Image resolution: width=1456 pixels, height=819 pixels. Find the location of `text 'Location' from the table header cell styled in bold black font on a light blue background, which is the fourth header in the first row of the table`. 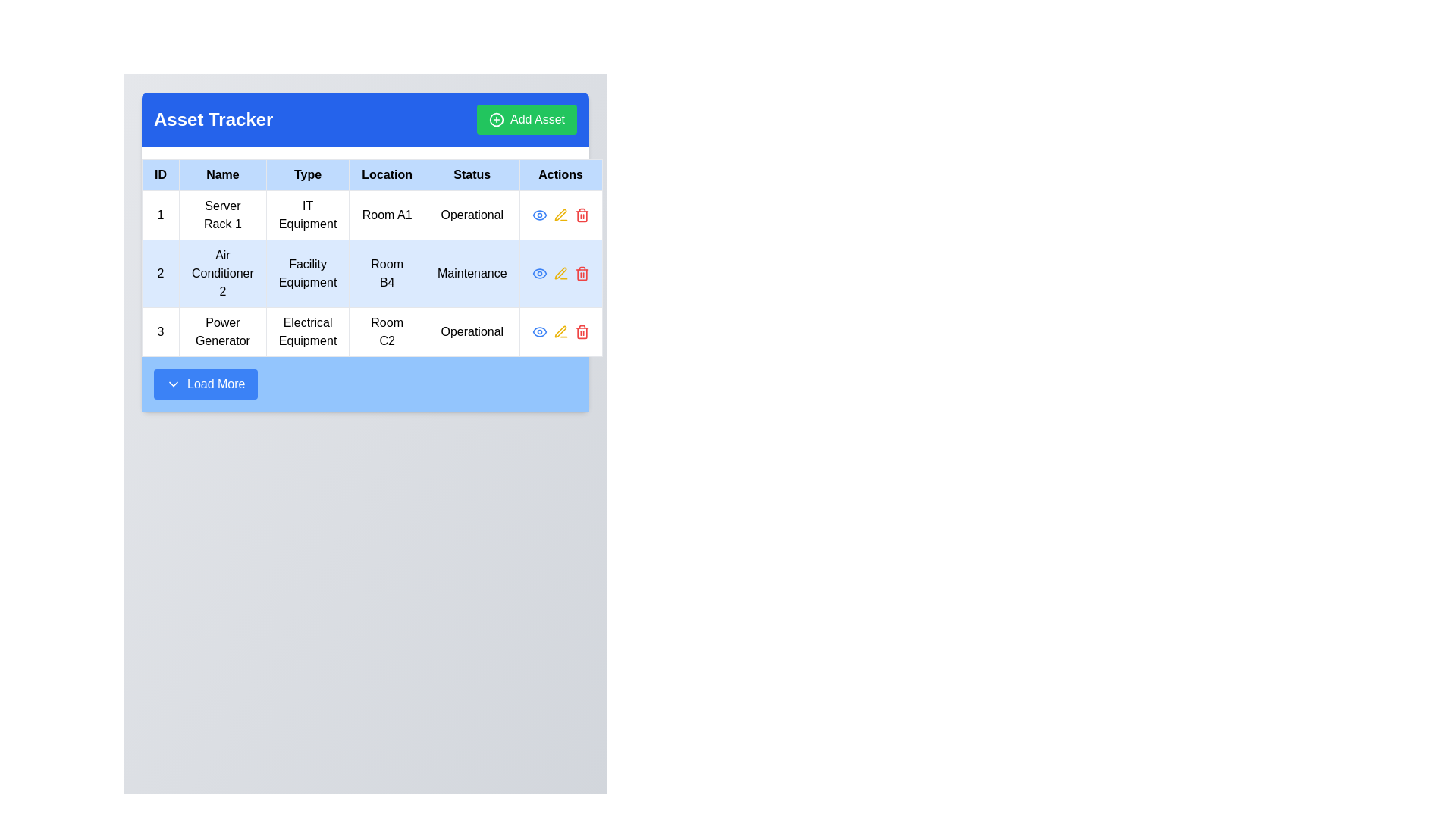

text 'Location' from the table header cell styled in bold black font on a light blue background, which is the fourth header in the first row of the table is located at coordinates (387, 174).